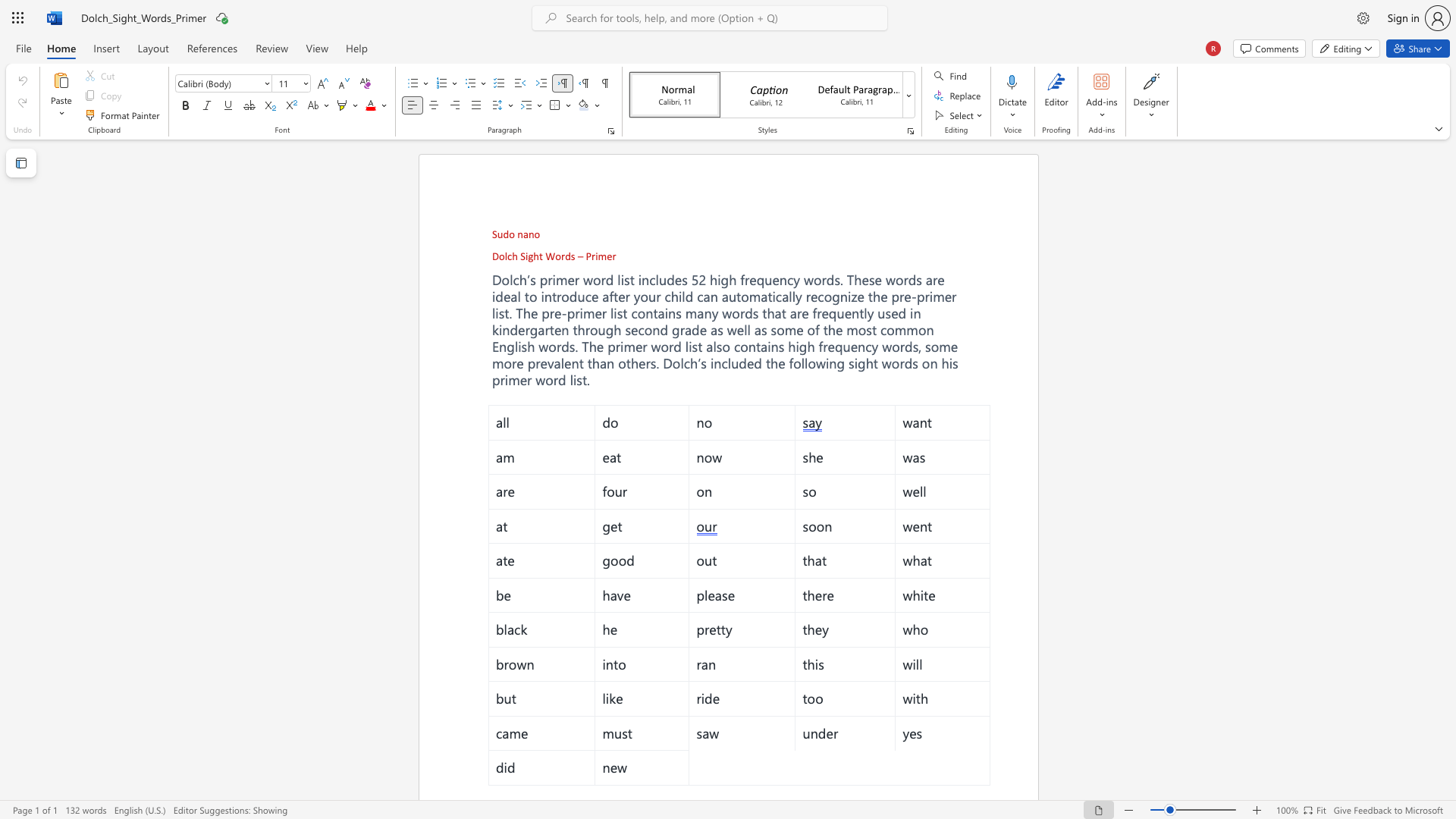  I want to click on the subset text "reque" within the text "frequently", so click(816, 312).